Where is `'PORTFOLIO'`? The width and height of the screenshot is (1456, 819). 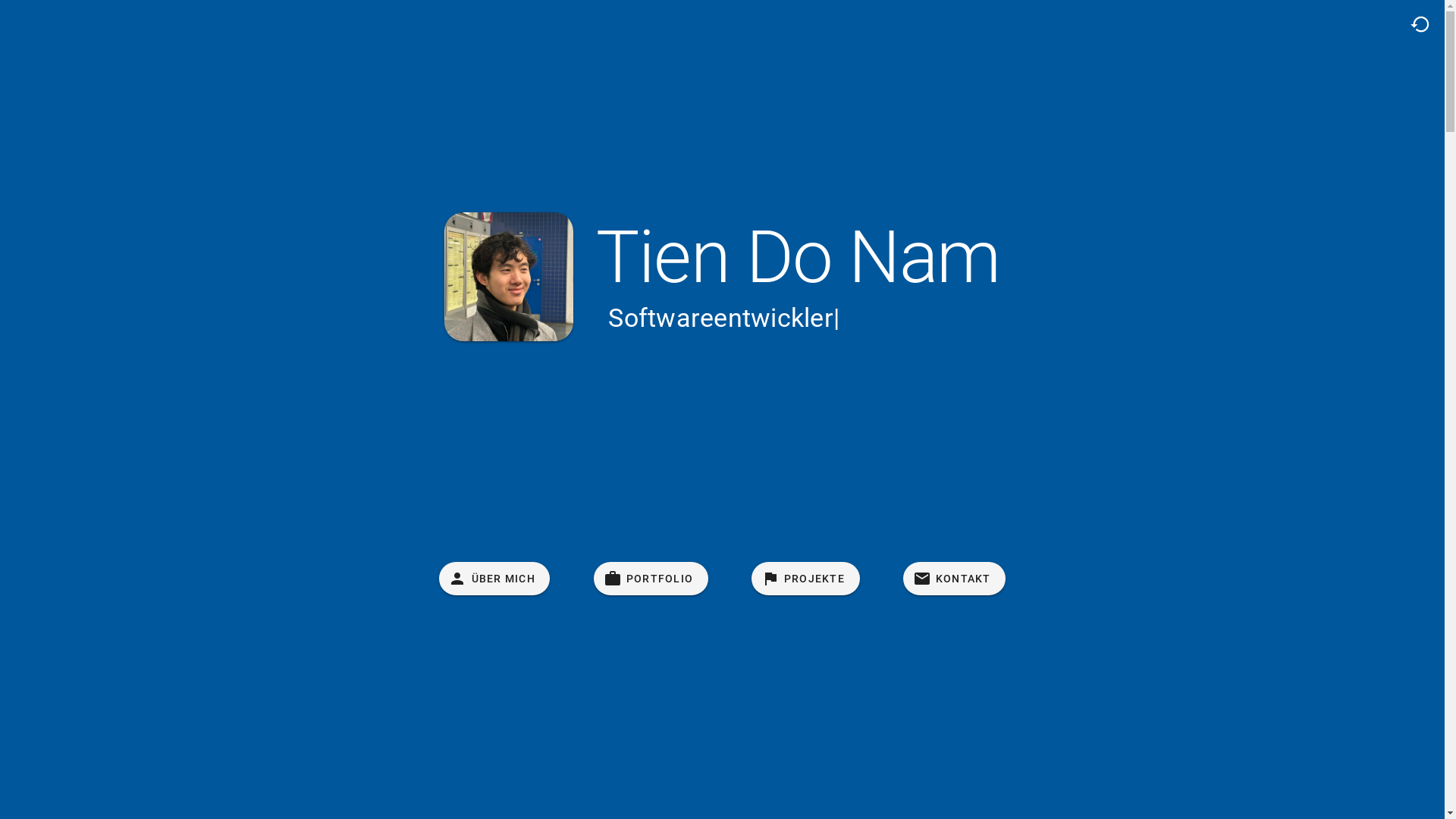 'PORTFOLIO' is located at coordinates (651, 579).